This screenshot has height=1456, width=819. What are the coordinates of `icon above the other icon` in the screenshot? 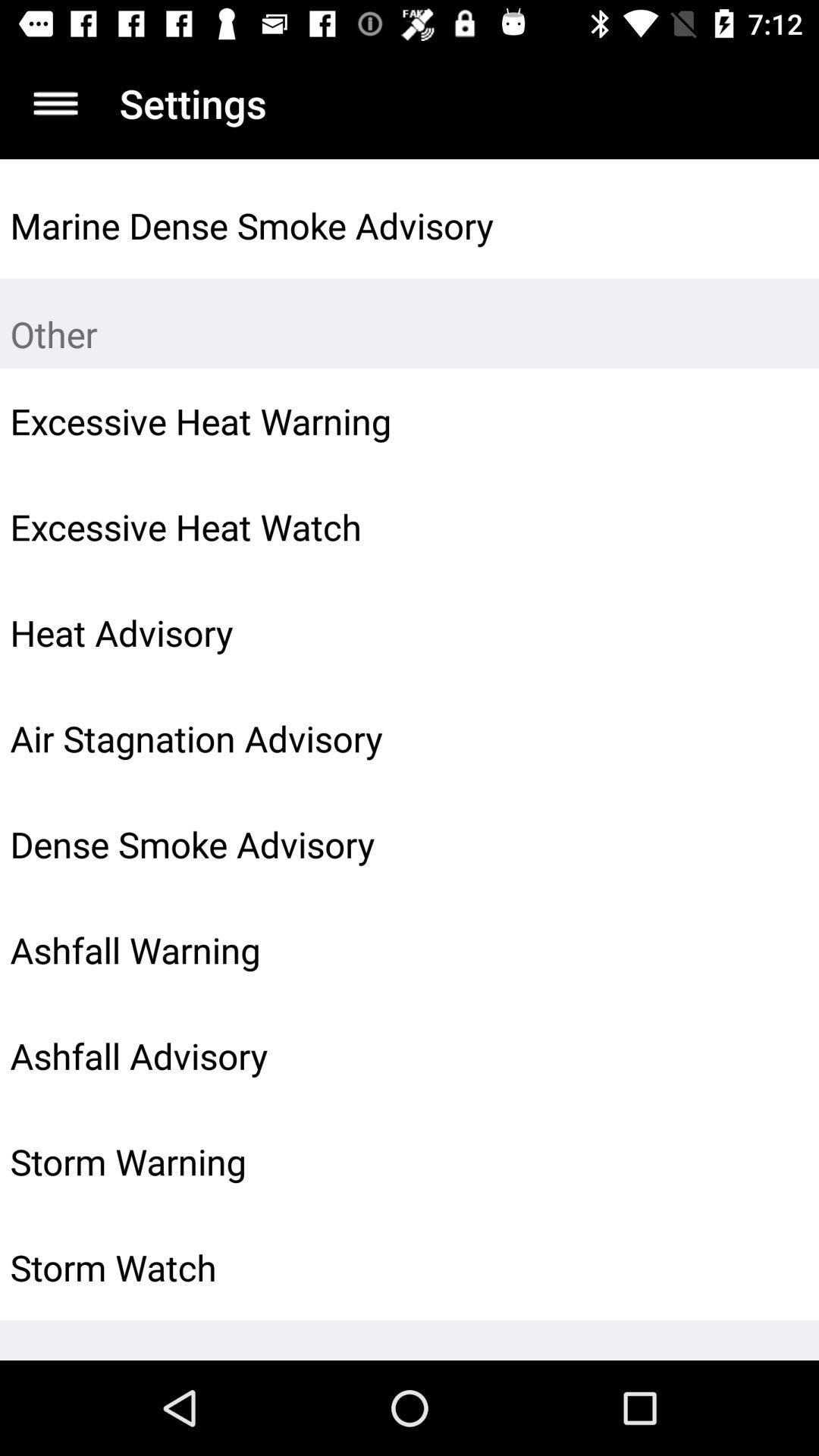 It's located at (771, 224).